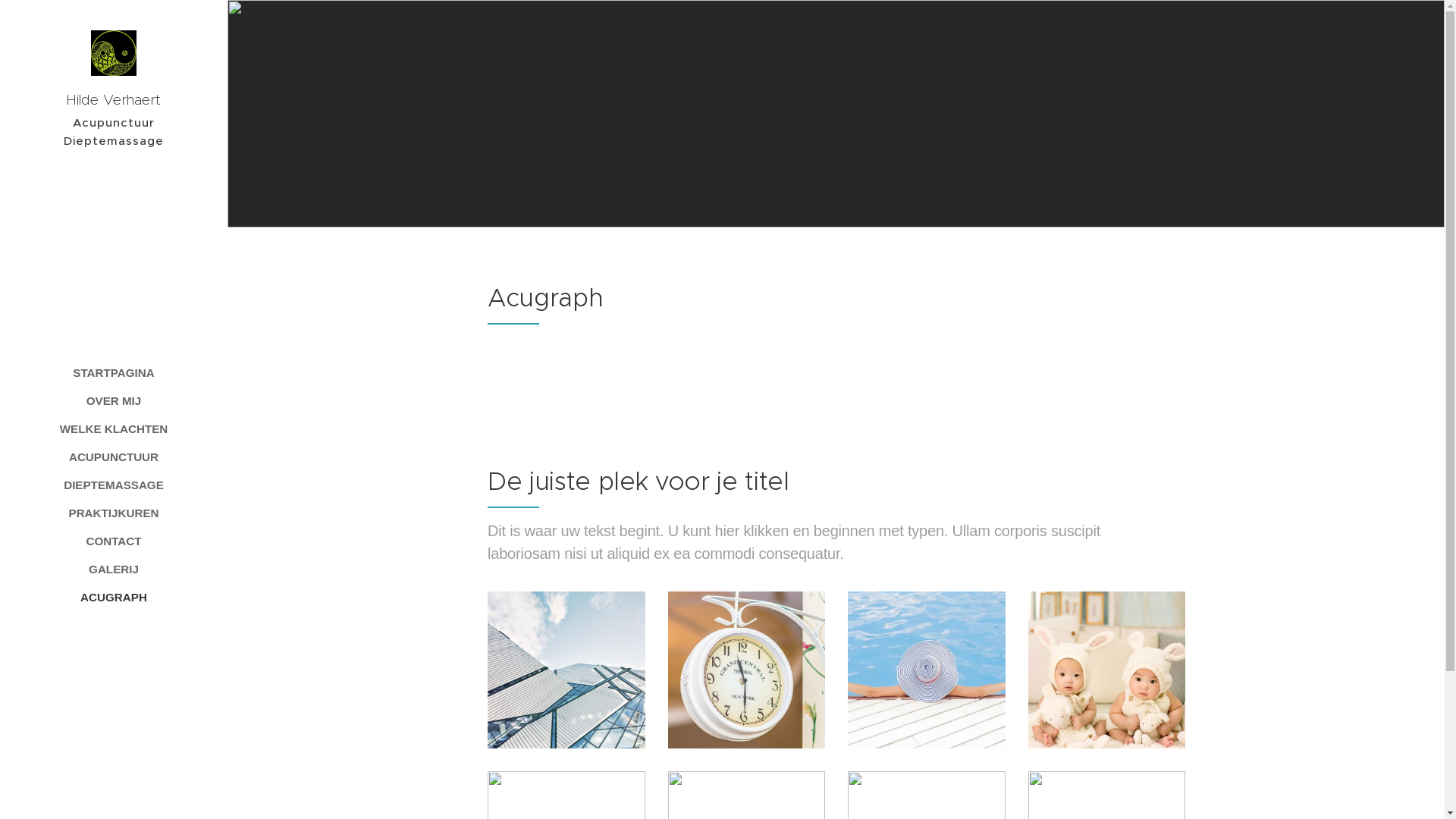  Describe the element at coordinates (112, 540) in the screenshot. I see `'CONTACT'` at that location.